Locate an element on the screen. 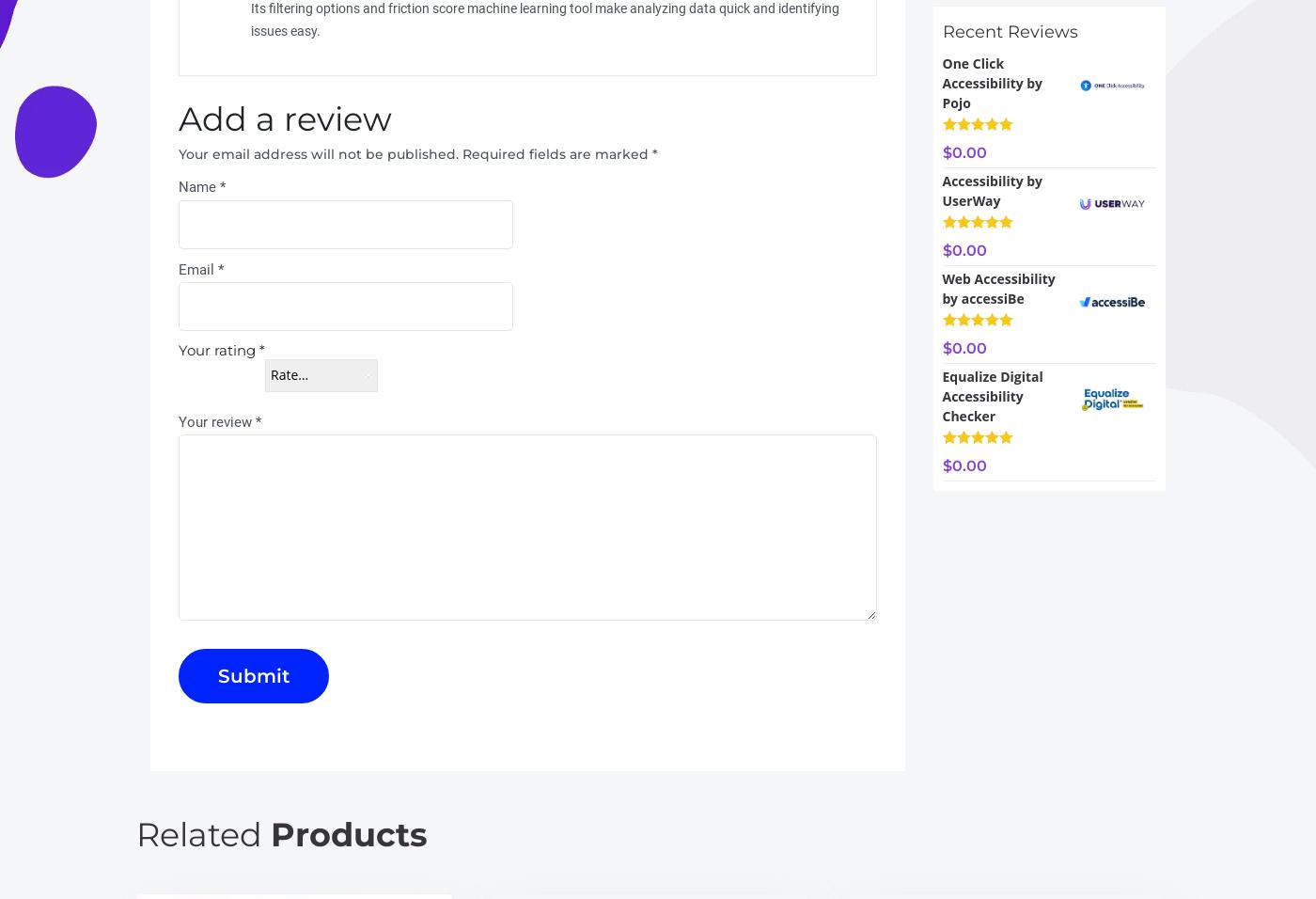  'Email' is located at coordinates (178, 268).